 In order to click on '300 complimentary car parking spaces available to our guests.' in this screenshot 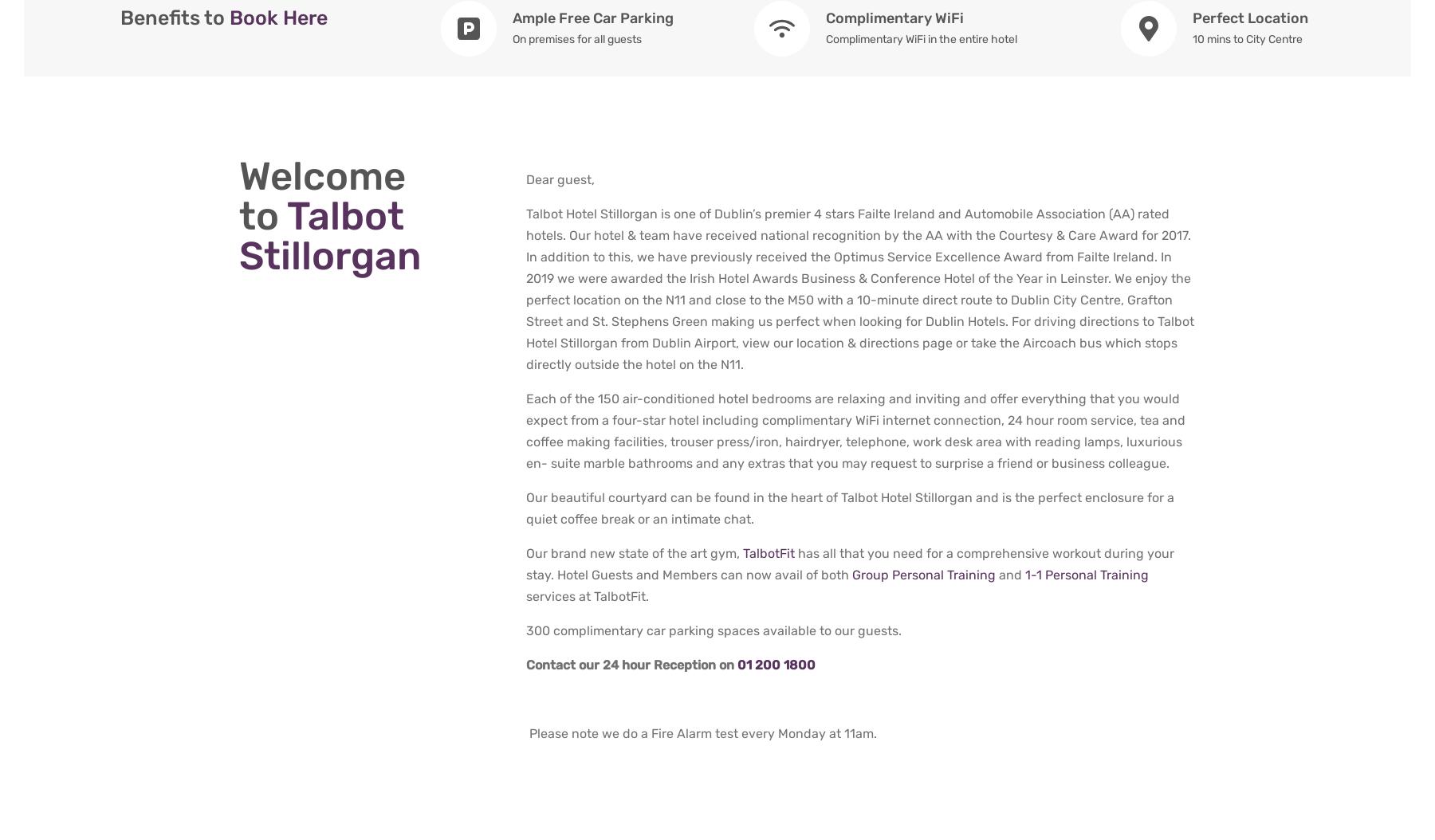, I will do `click(714, 630)`.